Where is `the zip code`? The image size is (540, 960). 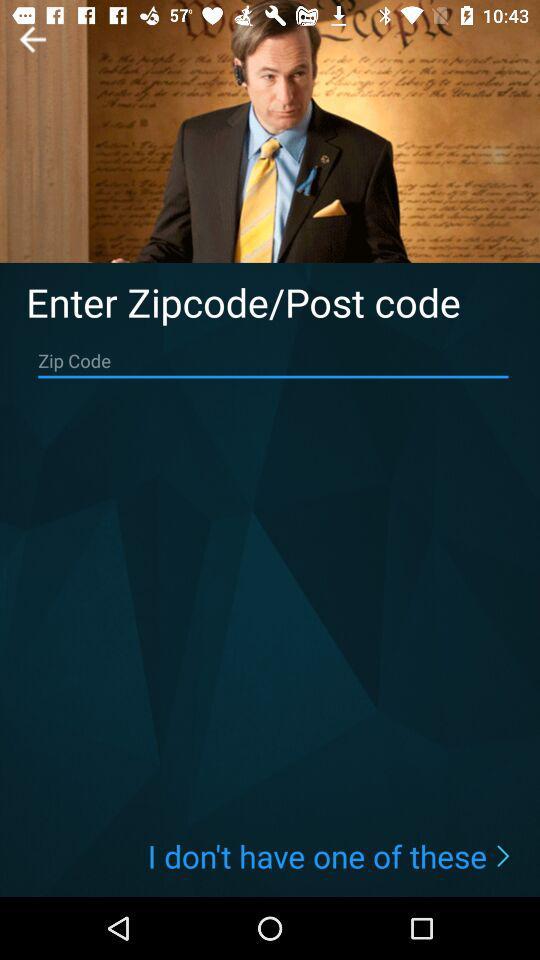 the zip code is located at coordinates (272, 360).